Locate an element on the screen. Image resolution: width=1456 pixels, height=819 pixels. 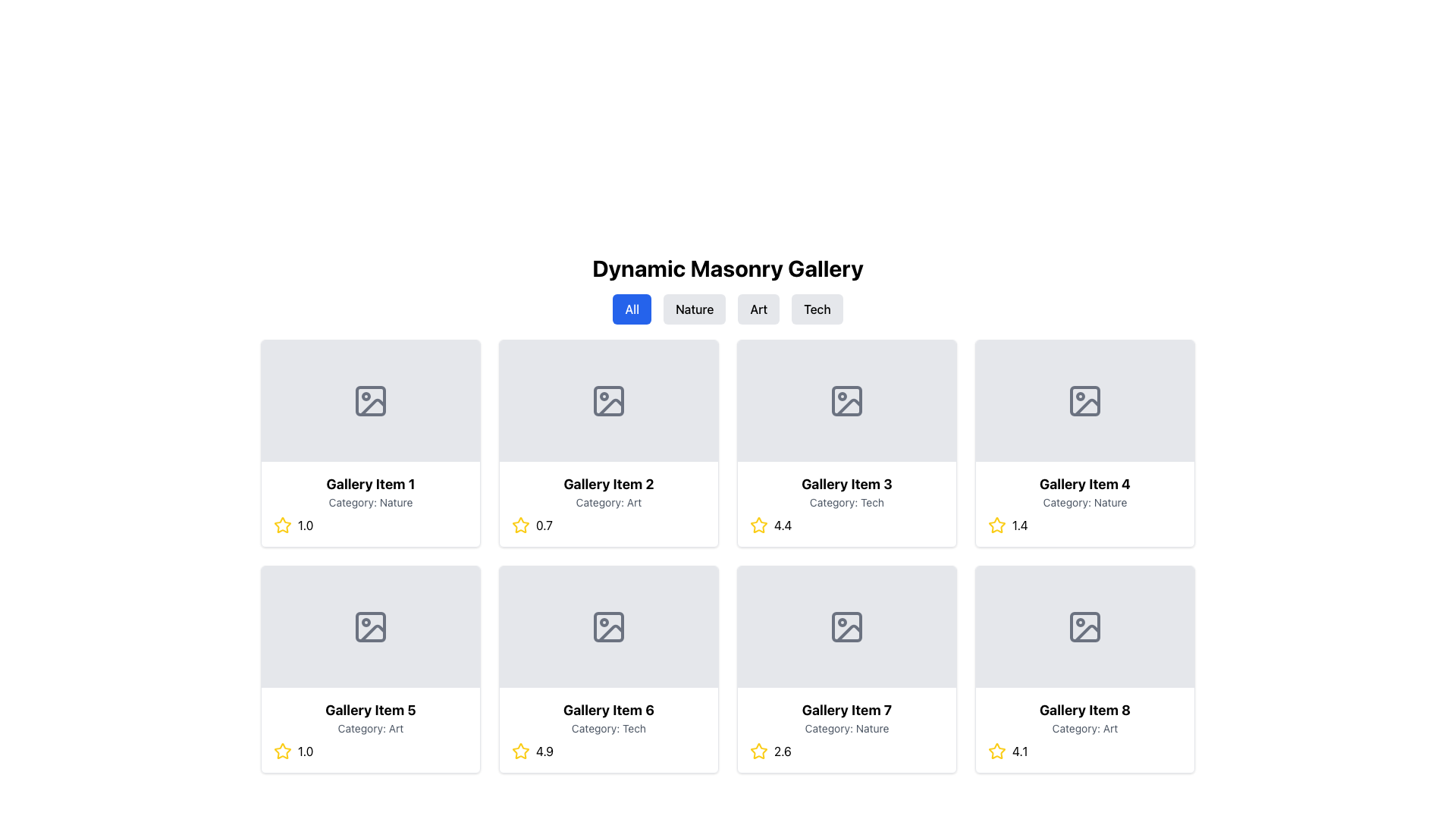
the card displaying 'Gallery Item 7' with subtext 'Category: Nature' and a rating of '2.6' located in the second row, third column of the masonry gallery is located at coordinates (846, 730).